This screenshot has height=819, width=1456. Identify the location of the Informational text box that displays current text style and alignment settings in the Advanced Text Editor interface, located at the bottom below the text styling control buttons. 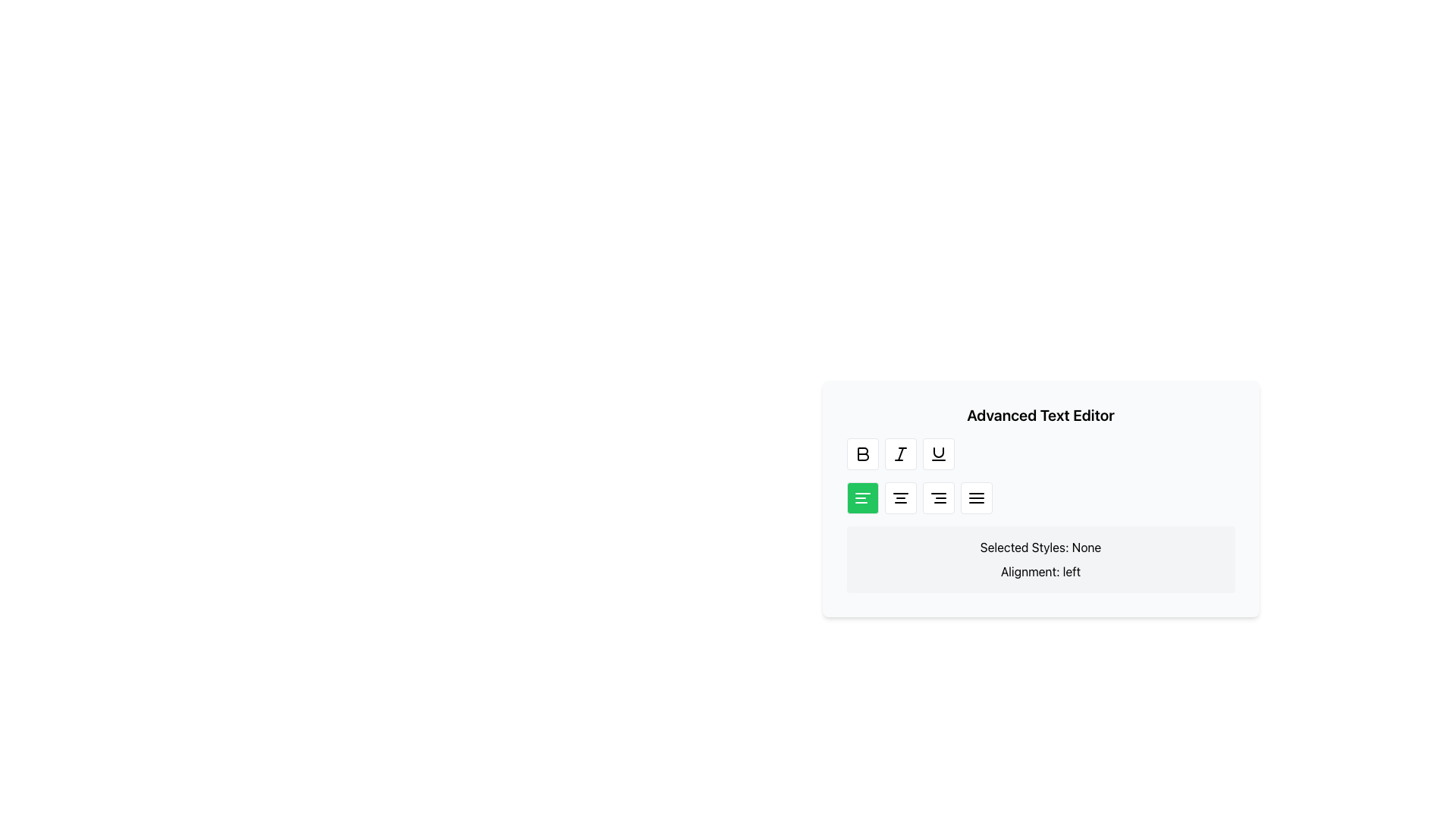
(1040, 559).